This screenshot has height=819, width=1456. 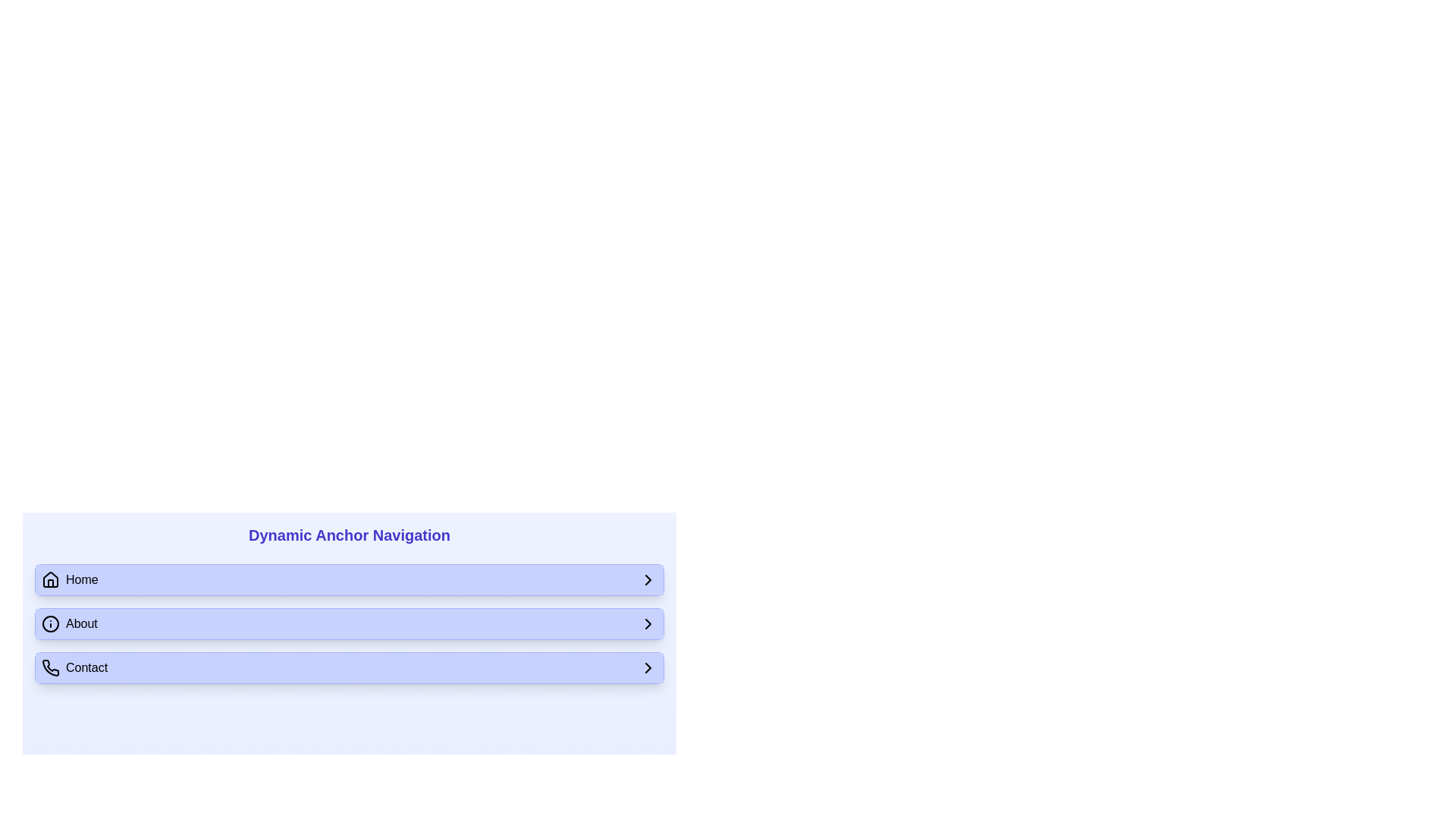 What do you see at coordinates (51, 667) in the screenshot?
I see `the black line icon of a stylized telephone receiver, which is positioned to the left of the text 'Contact' in the third row of the navigation options` at bounding box center [51, 667].